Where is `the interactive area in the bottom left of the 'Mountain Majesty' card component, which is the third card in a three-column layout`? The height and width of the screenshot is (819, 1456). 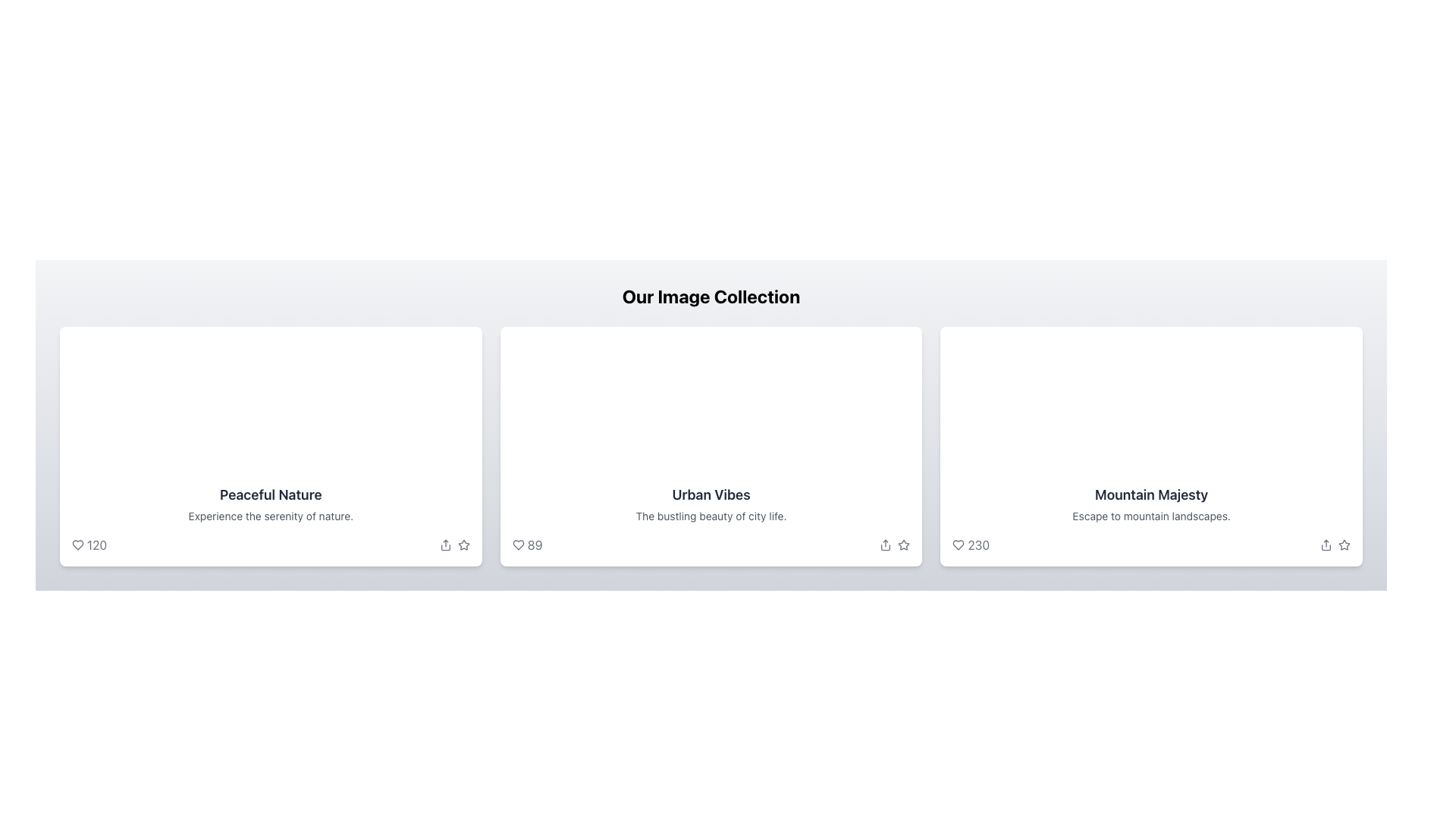
the interactive area in the bottom left of the 'Mountain Majesty' card component, which is the third card in a three-column layout is located at coordinates (1151, 446).